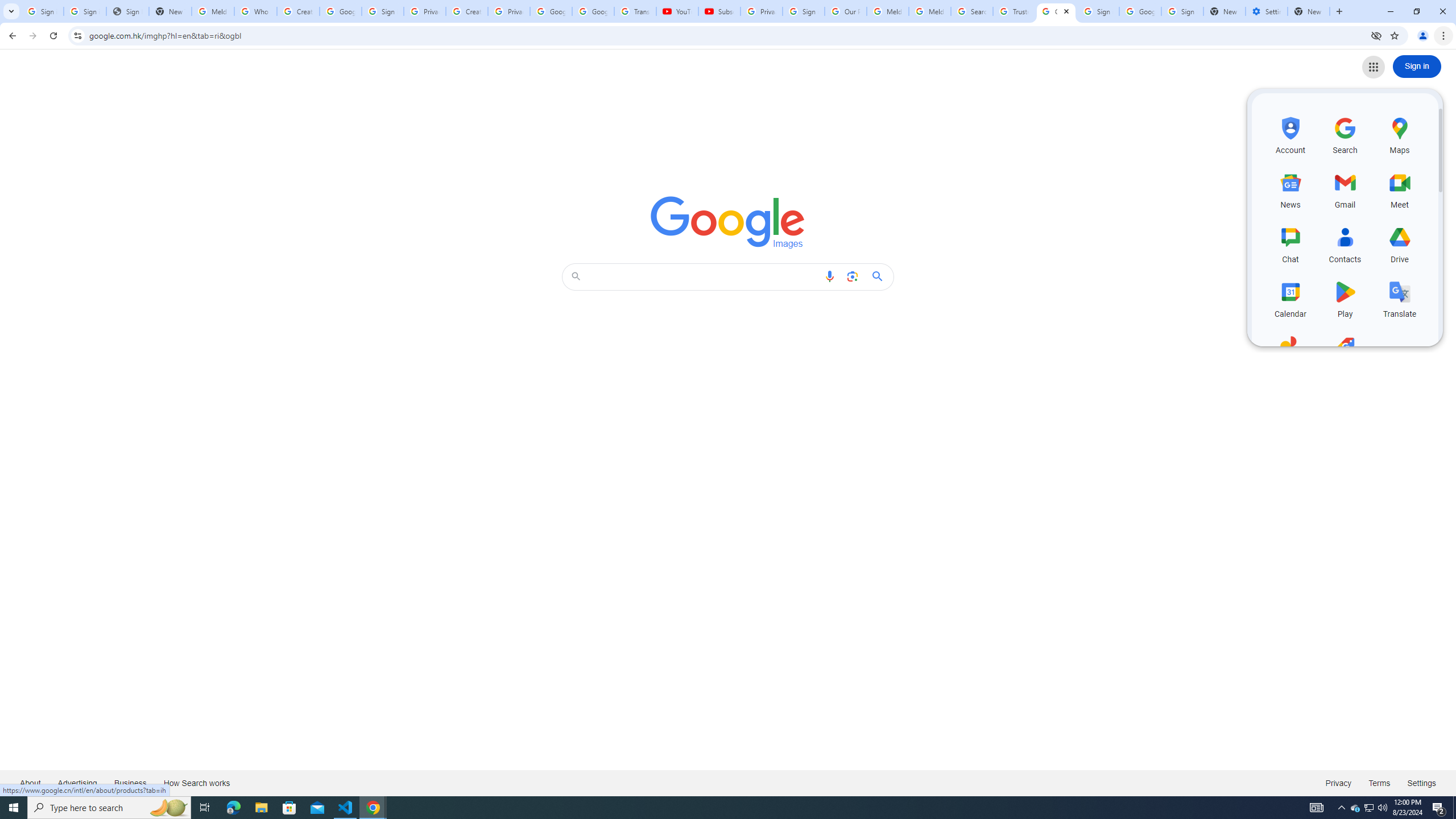 This screenshot has height=819, width=1456. Describe the element at coordinates (804, 11) in the screenshot. I see `'Sign in - Google Accounts'` at that location.